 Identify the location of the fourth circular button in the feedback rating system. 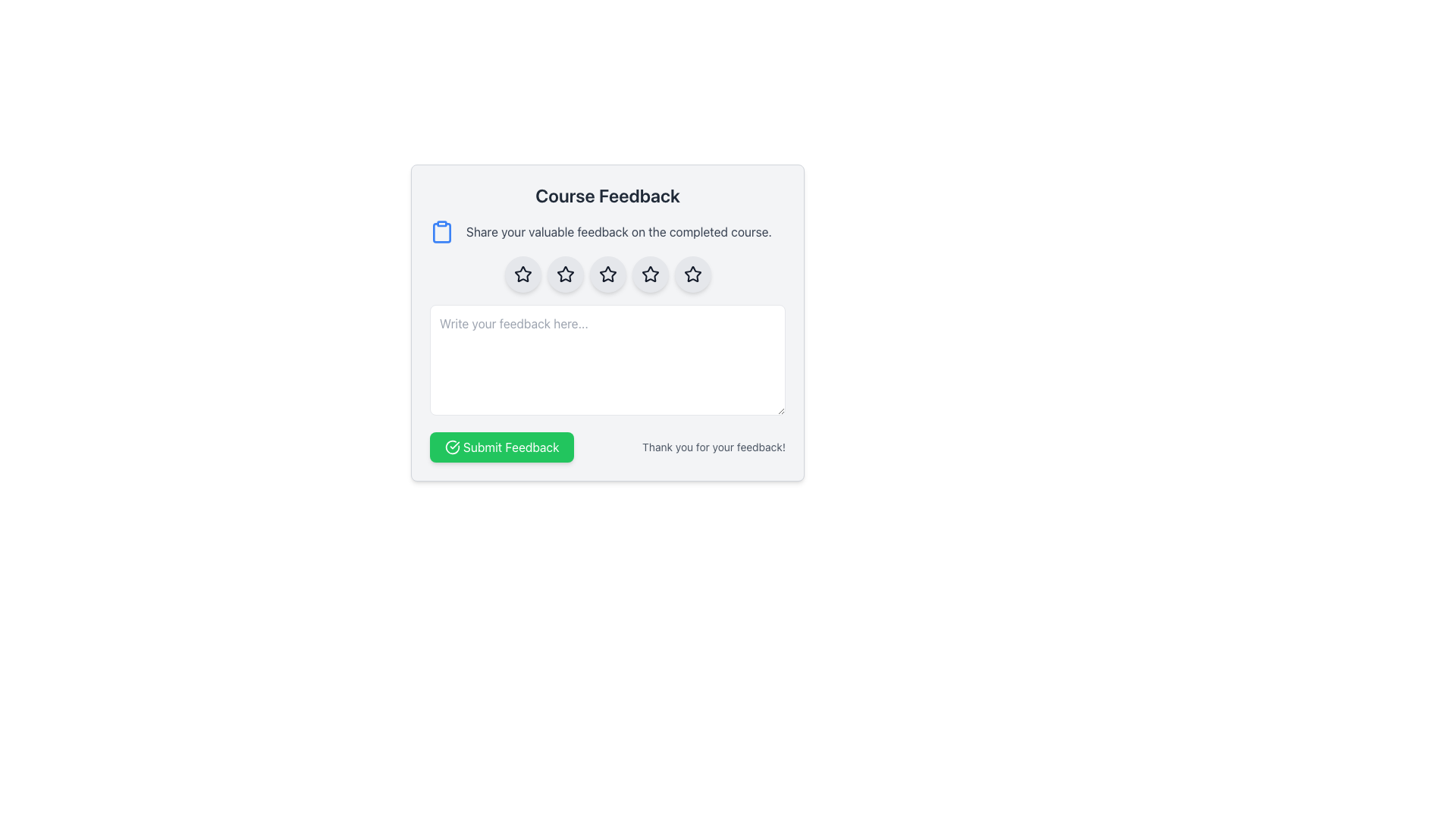
(650, 275).